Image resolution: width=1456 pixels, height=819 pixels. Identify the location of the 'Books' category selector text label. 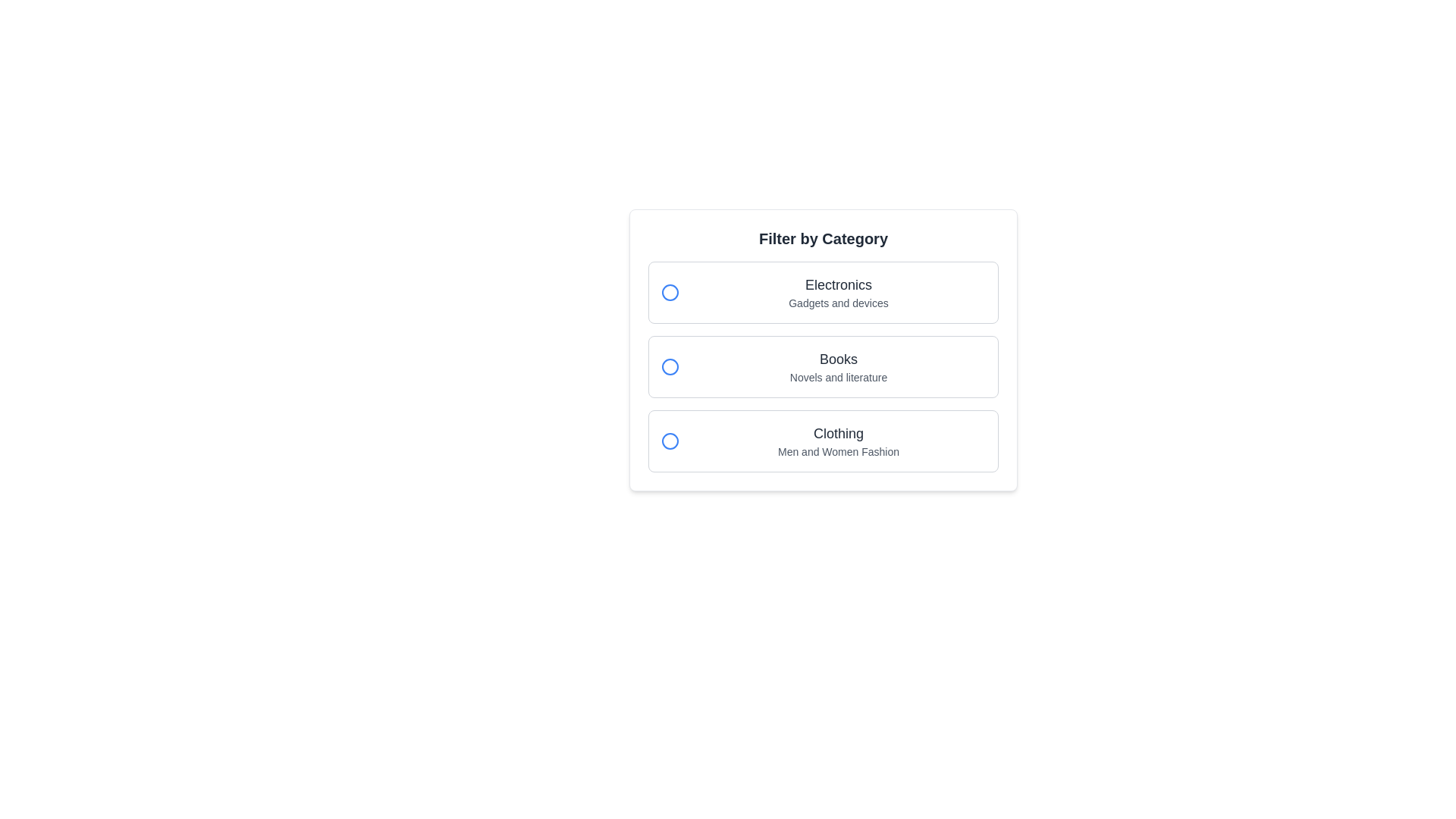
(837, 366).